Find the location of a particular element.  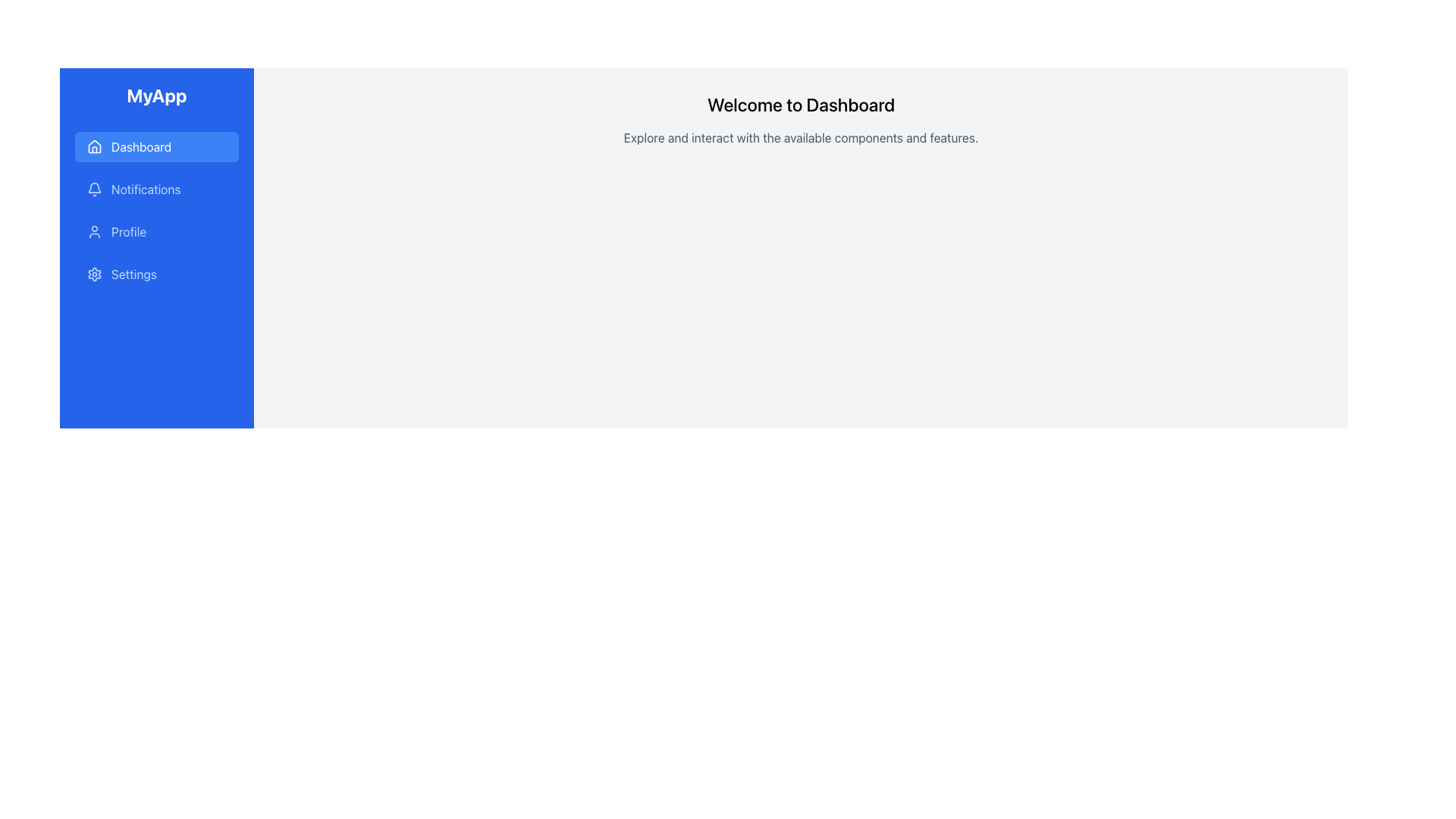

the 'Notifications' menu item in the vertical navigation bar, which has a blue background, a bell icon, and light blue text is located at coordinates (156, 189).